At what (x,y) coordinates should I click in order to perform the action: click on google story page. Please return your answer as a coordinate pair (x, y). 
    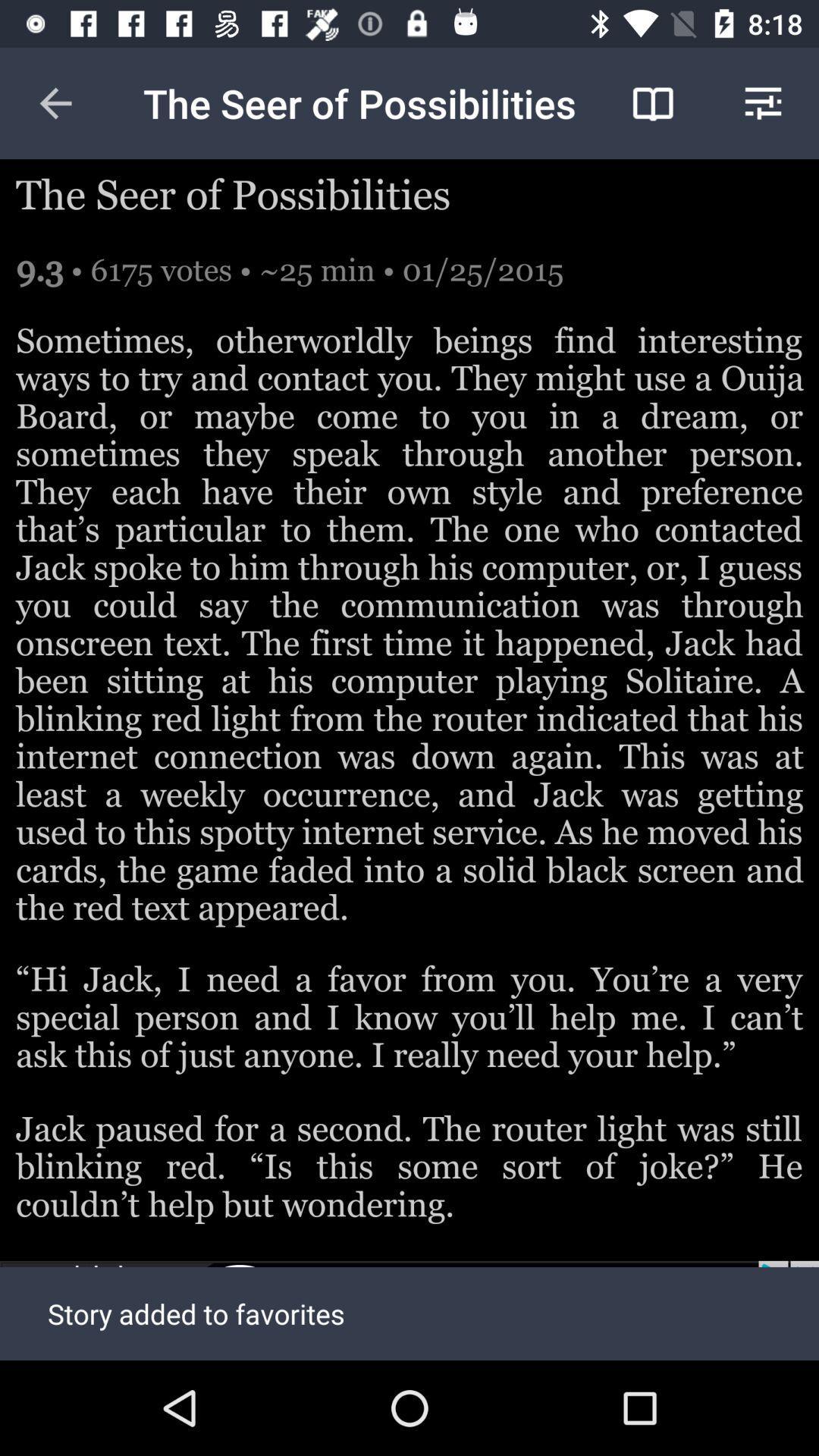
    Looking at the image, I should click on (409, 1310).